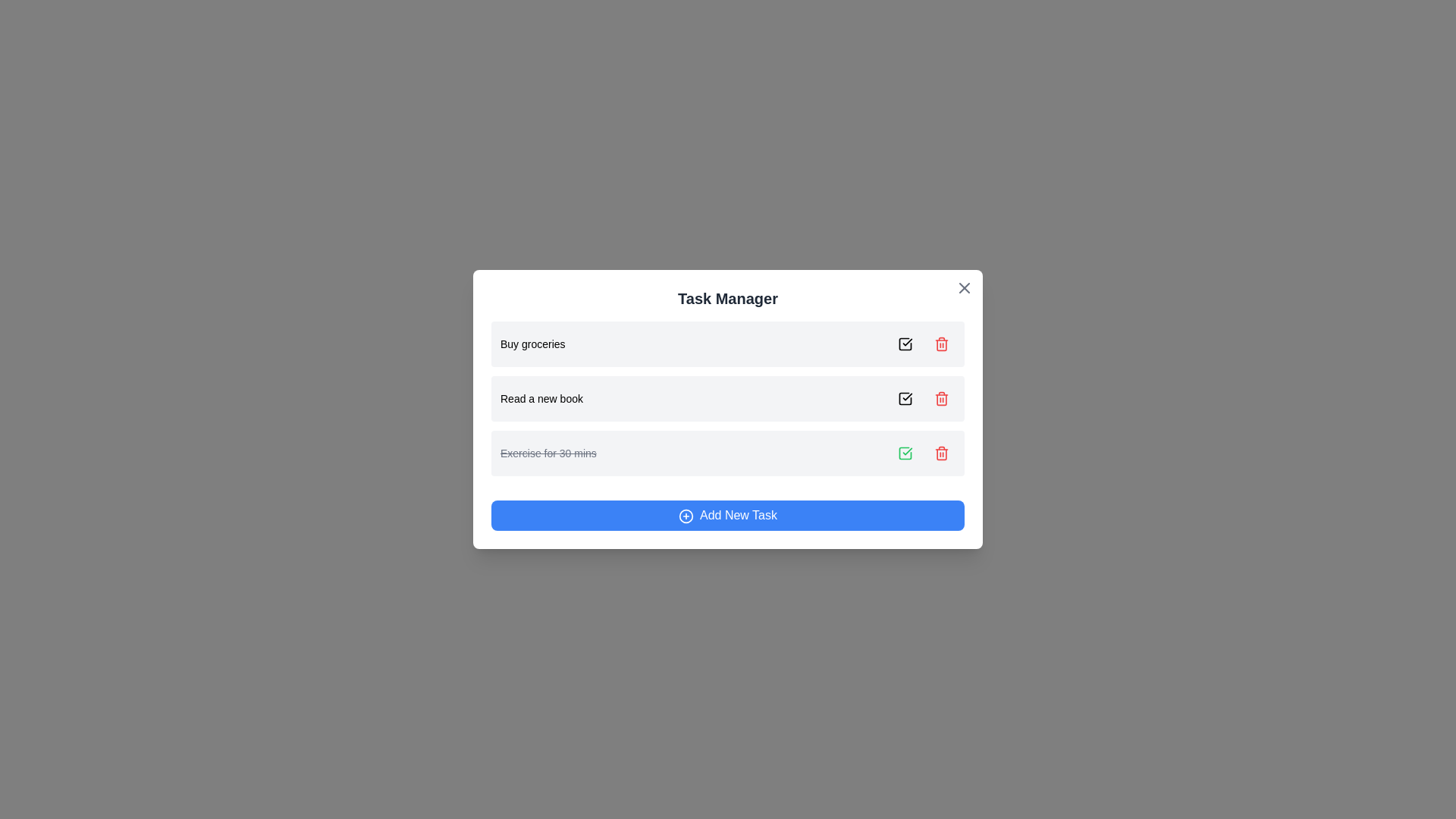  What do you see at coordinates (905, 397) in the screenshot?
I see `the circular check mark button in the task manager interface labeled 'Read a new book'` at bounding box center [905, 397].